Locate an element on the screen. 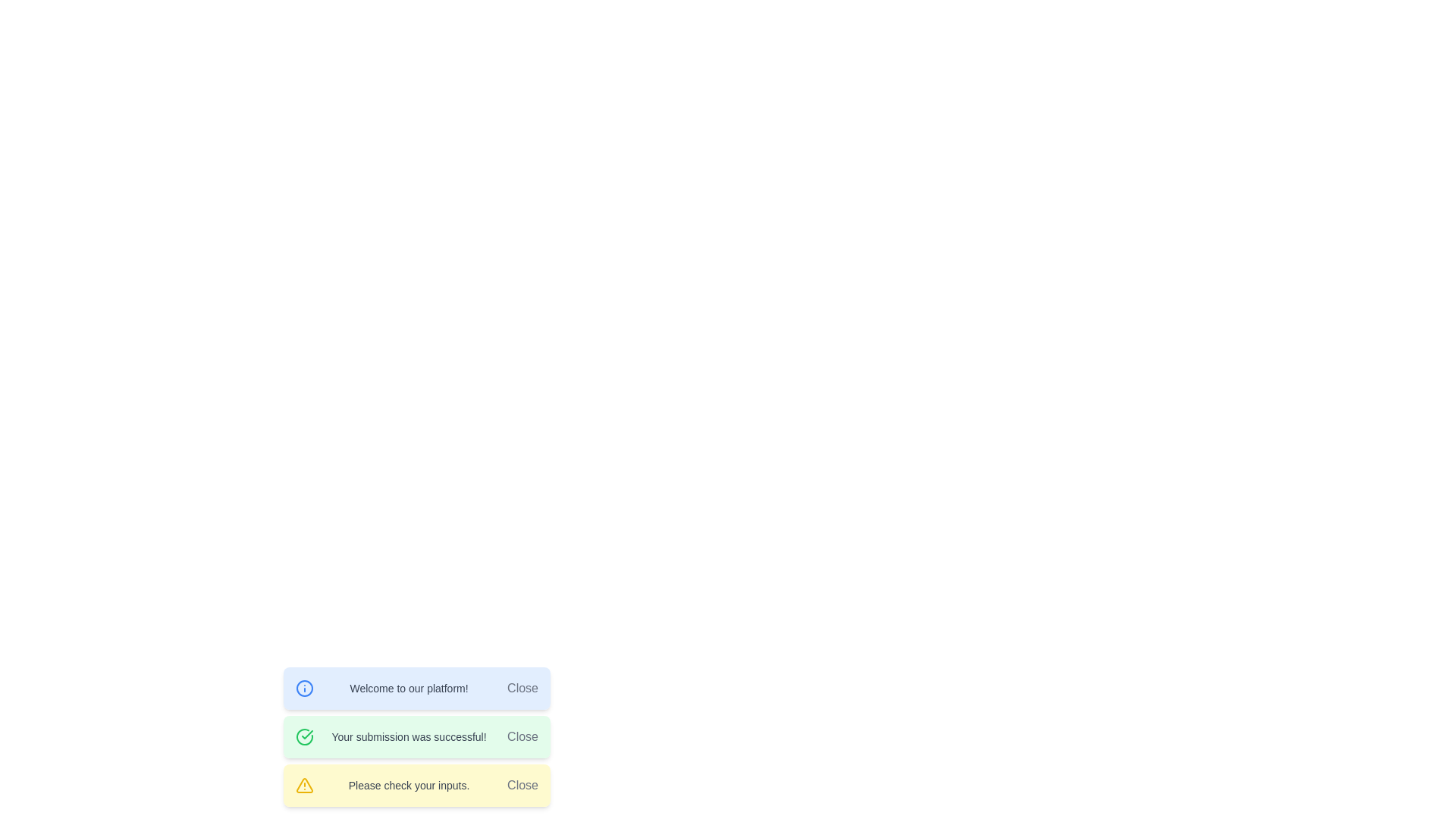 The image size is (1456, 819). the dismiss button located in the top right section of the notification box that includes the text 'Welcome to our platform!' is located at coordinates (522, 688).